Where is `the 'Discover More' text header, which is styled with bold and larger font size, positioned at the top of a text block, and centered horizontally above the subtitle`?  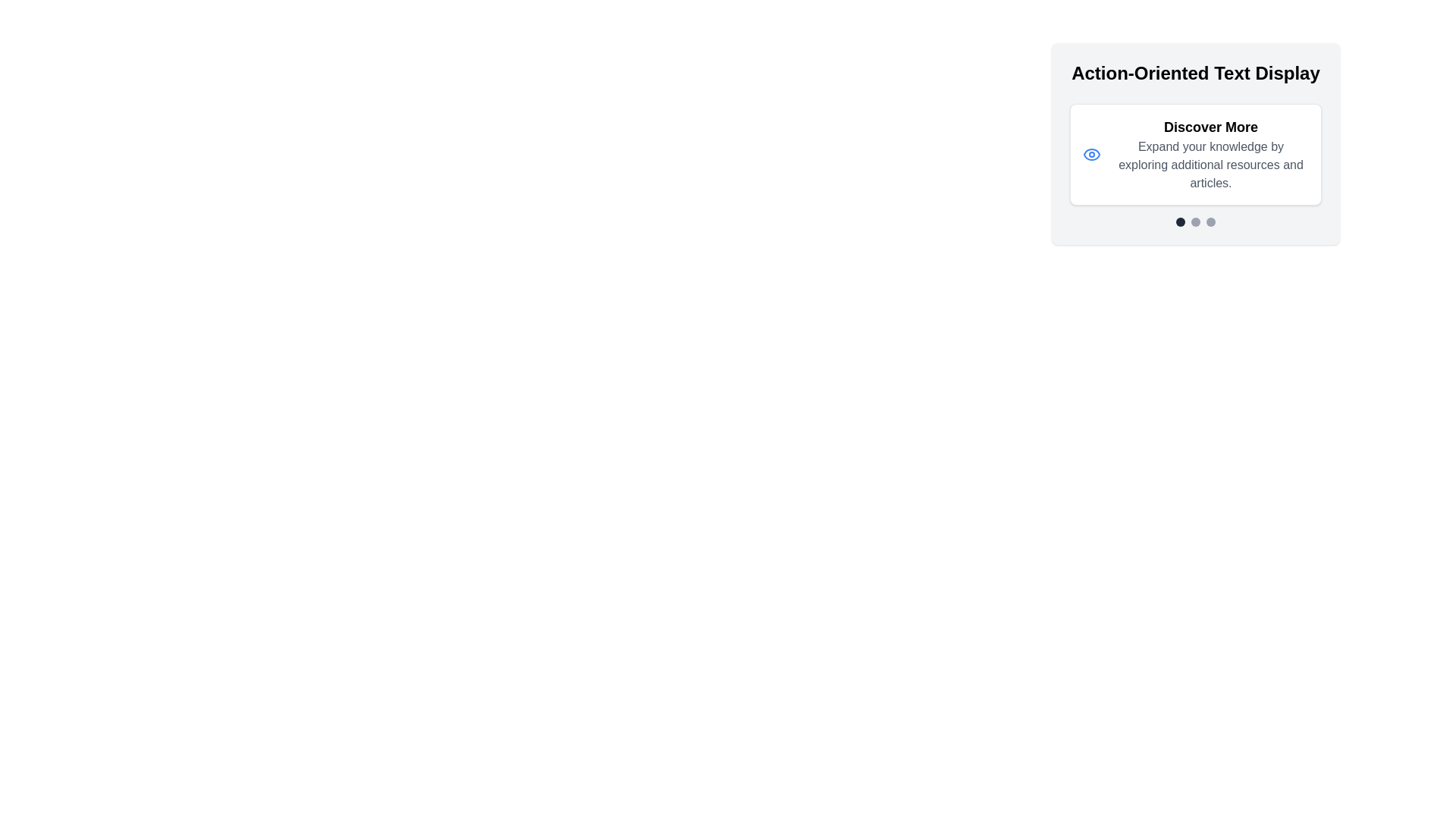
the 'Discover More' text header, which is styled with bold and larger font size, positioned at the top of a text block, and centered horizontally above the subtitle is located at coordinates (1210, 127).